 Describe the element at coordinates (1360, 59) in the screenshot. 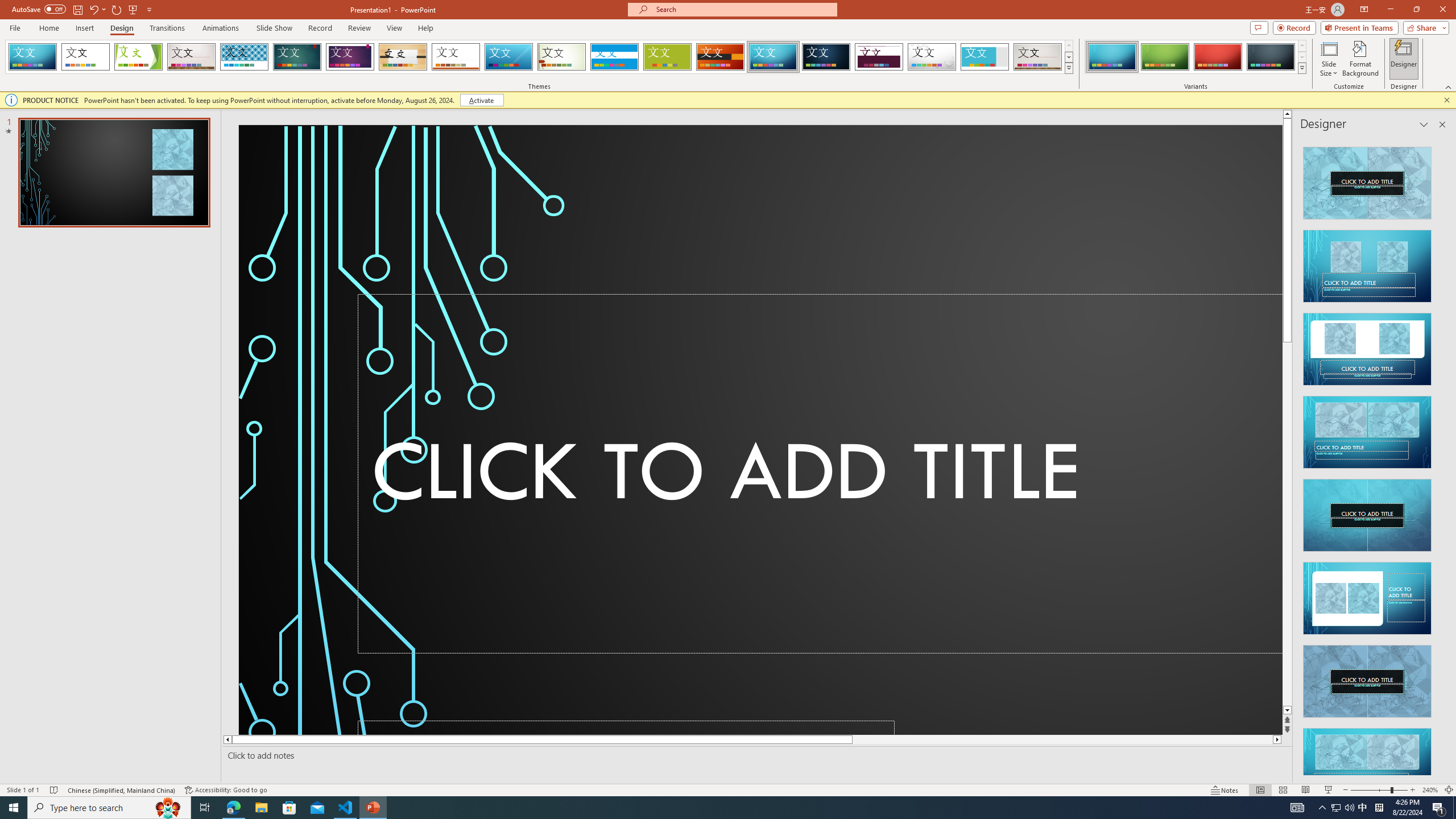

I see `'Format Background'` at that location.